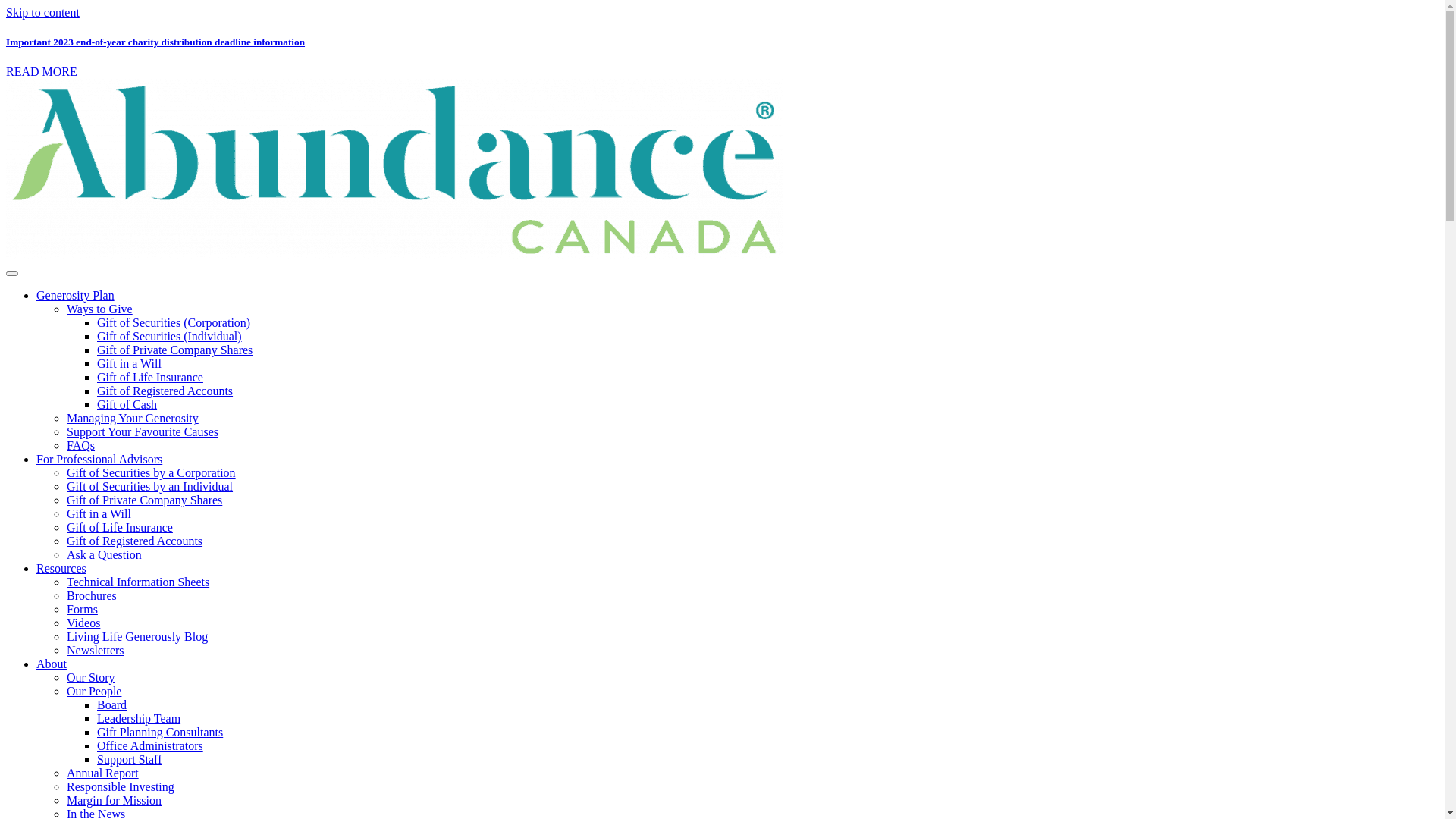 Image resolution: width=1456 pixels, height=819 pixels. Describe the element at coordinates (74, 295) in the screenshot. I see `'Generosity Plan'` at that location.